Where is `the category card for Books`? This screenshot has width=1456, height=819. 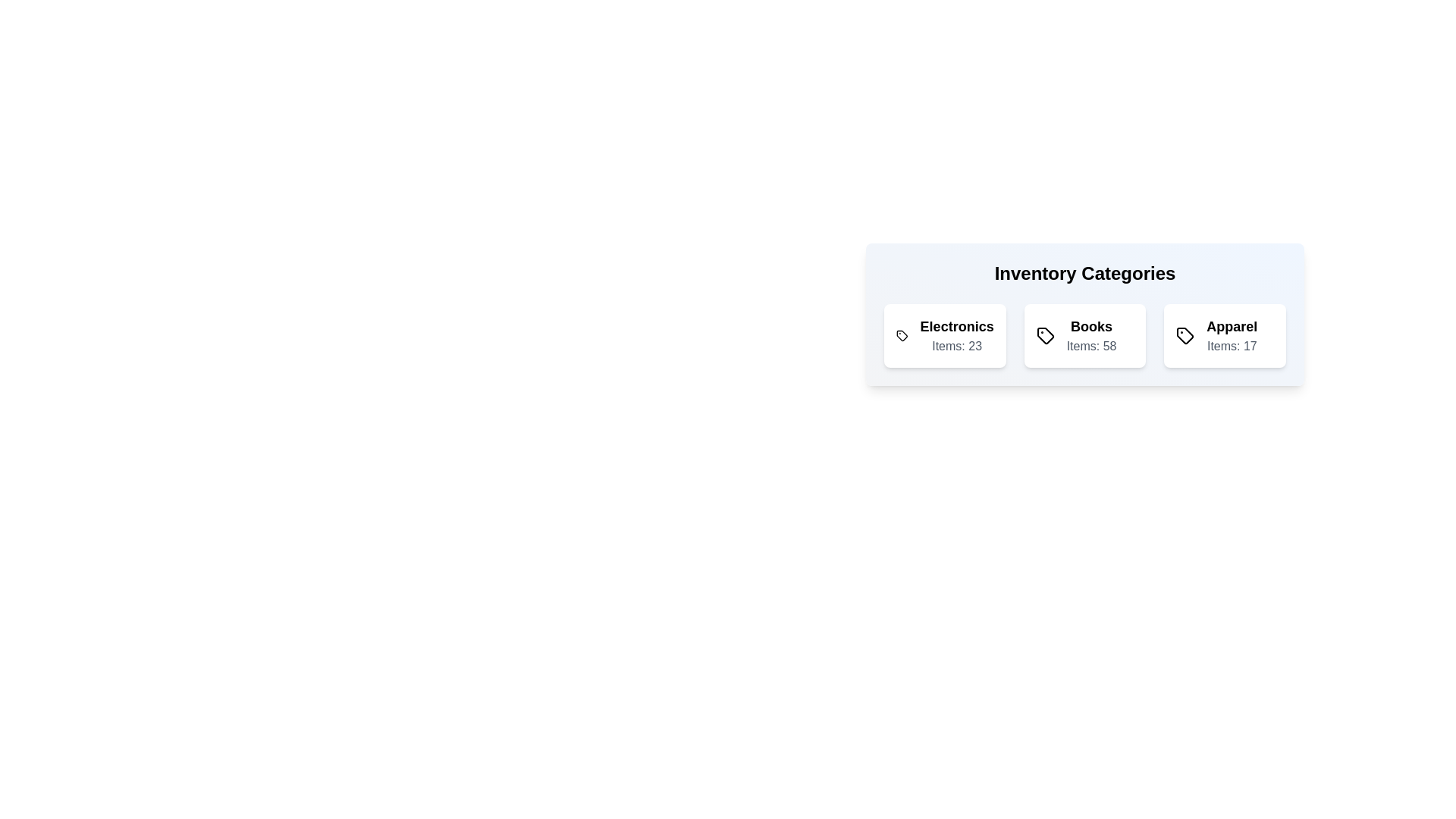 the category card for Books is located at coordinates (1084, 335).